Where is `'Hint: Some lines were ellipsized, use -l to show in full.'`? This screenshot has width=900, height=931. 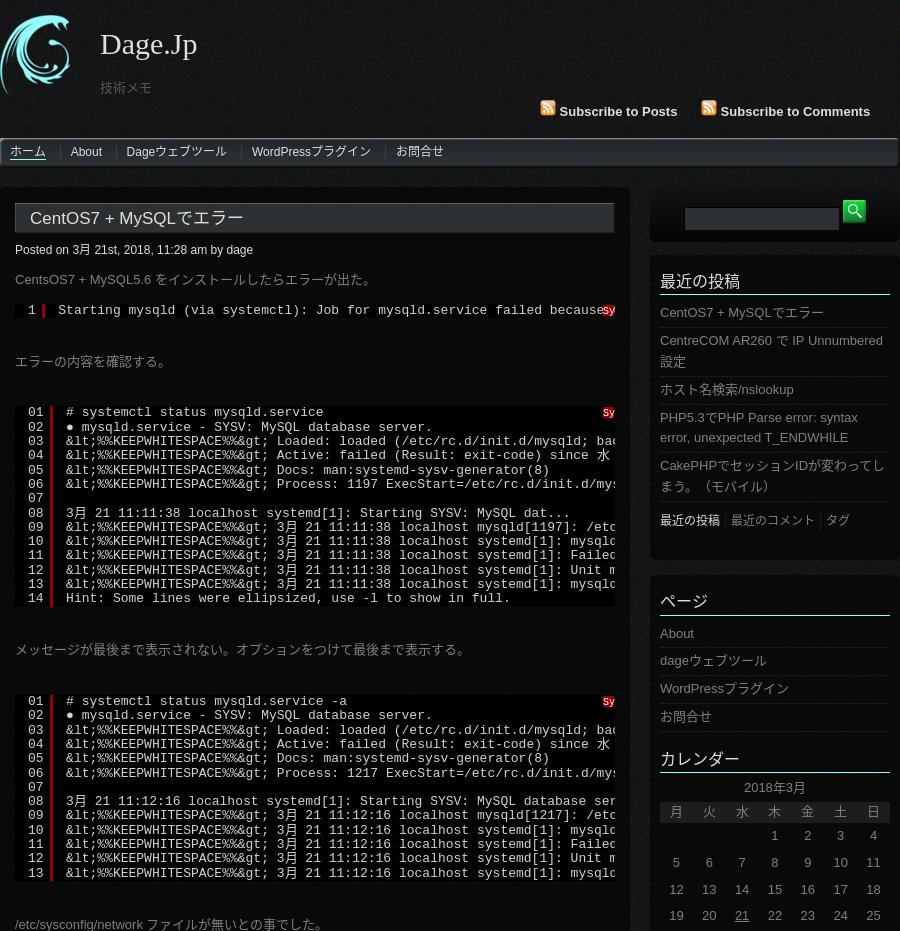 'Hint: Some lines were ellipsized, use -l to show in full.' is located at coordinates (287, 597).